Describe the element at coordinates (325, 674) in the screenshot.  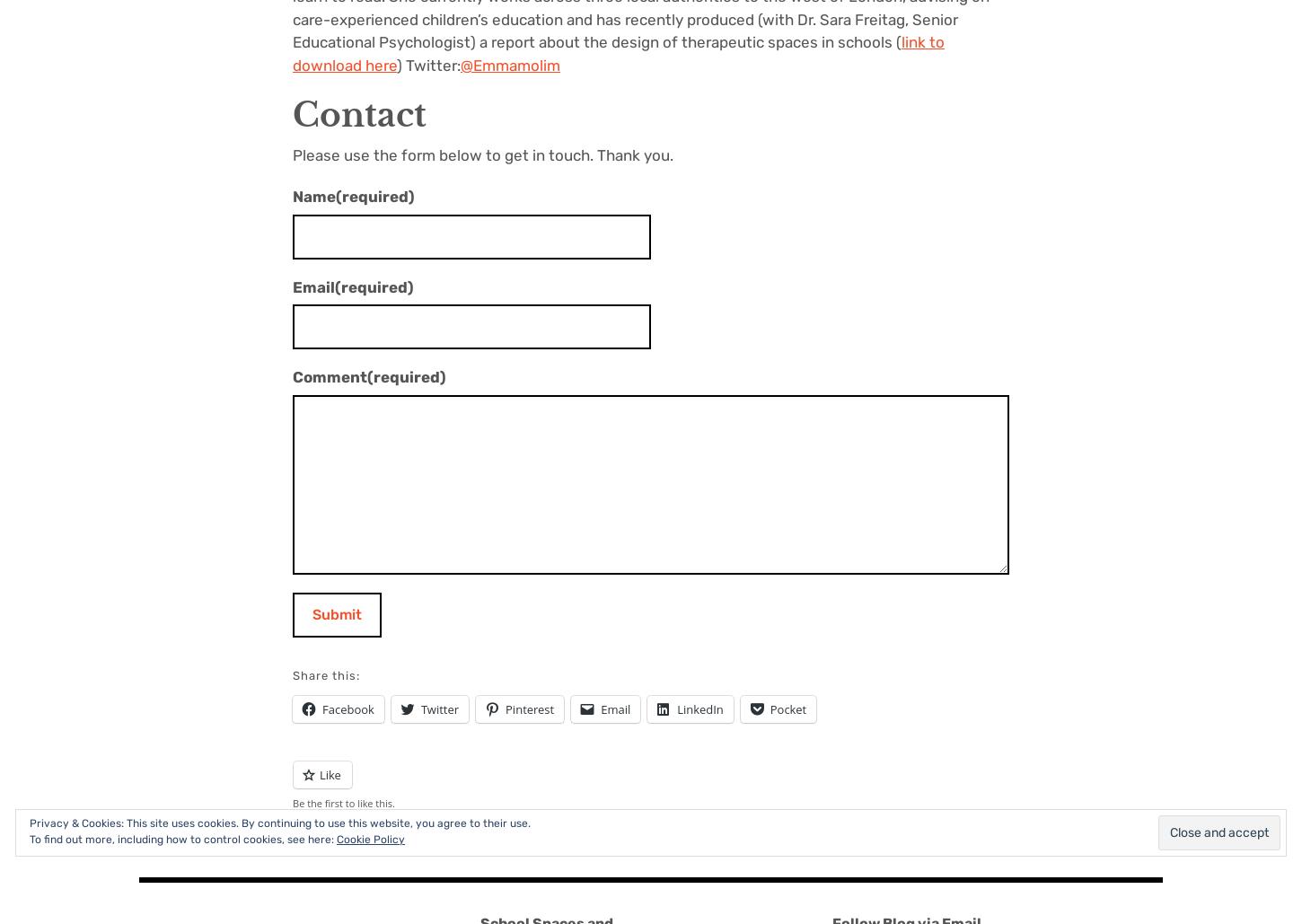
I see `'Share this:'` at that location.